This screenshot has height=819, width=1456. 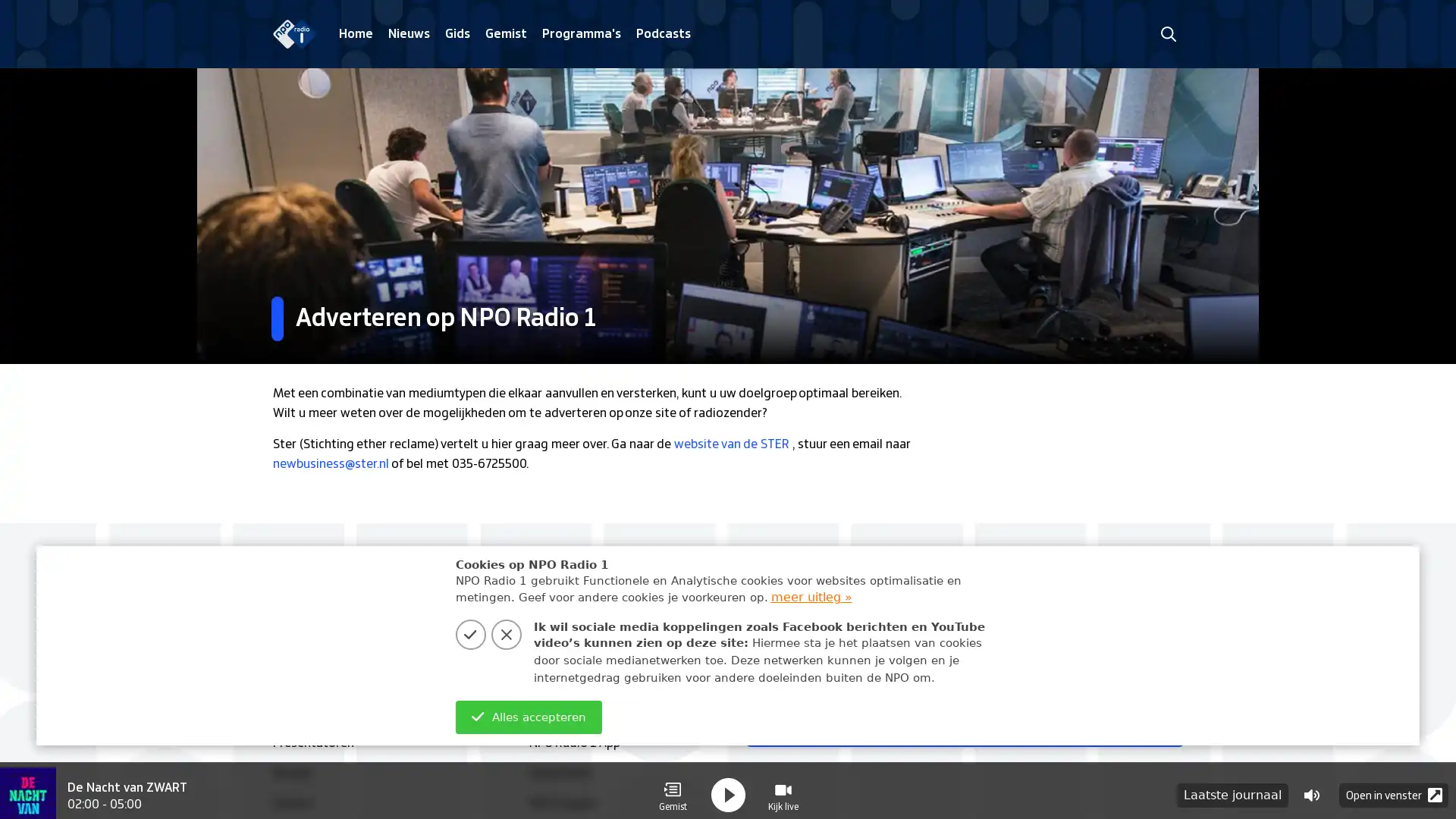 I want to click on zoeken, so click(x=1167, y=33).